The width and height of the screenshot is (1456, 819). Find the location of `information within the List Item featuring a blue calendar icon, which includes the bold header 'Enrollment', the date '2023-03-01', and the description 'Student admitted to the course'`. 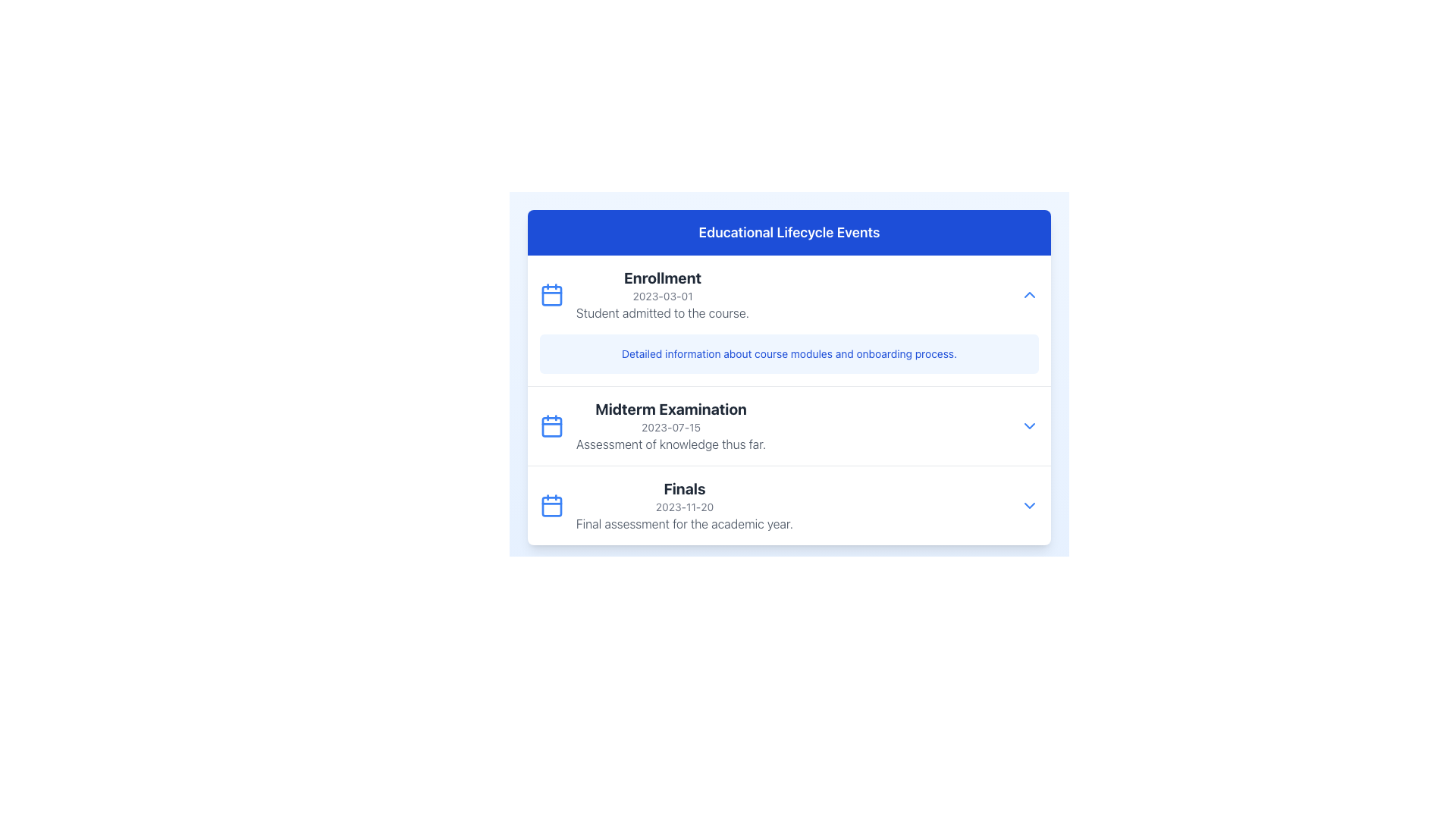

information within the List Item featuring a blue calendar icon, which includes the bold header 'Enrollment', the date '2023-03-01', and the description 'Student admitted to the course' is located at coordinates (644, 295).